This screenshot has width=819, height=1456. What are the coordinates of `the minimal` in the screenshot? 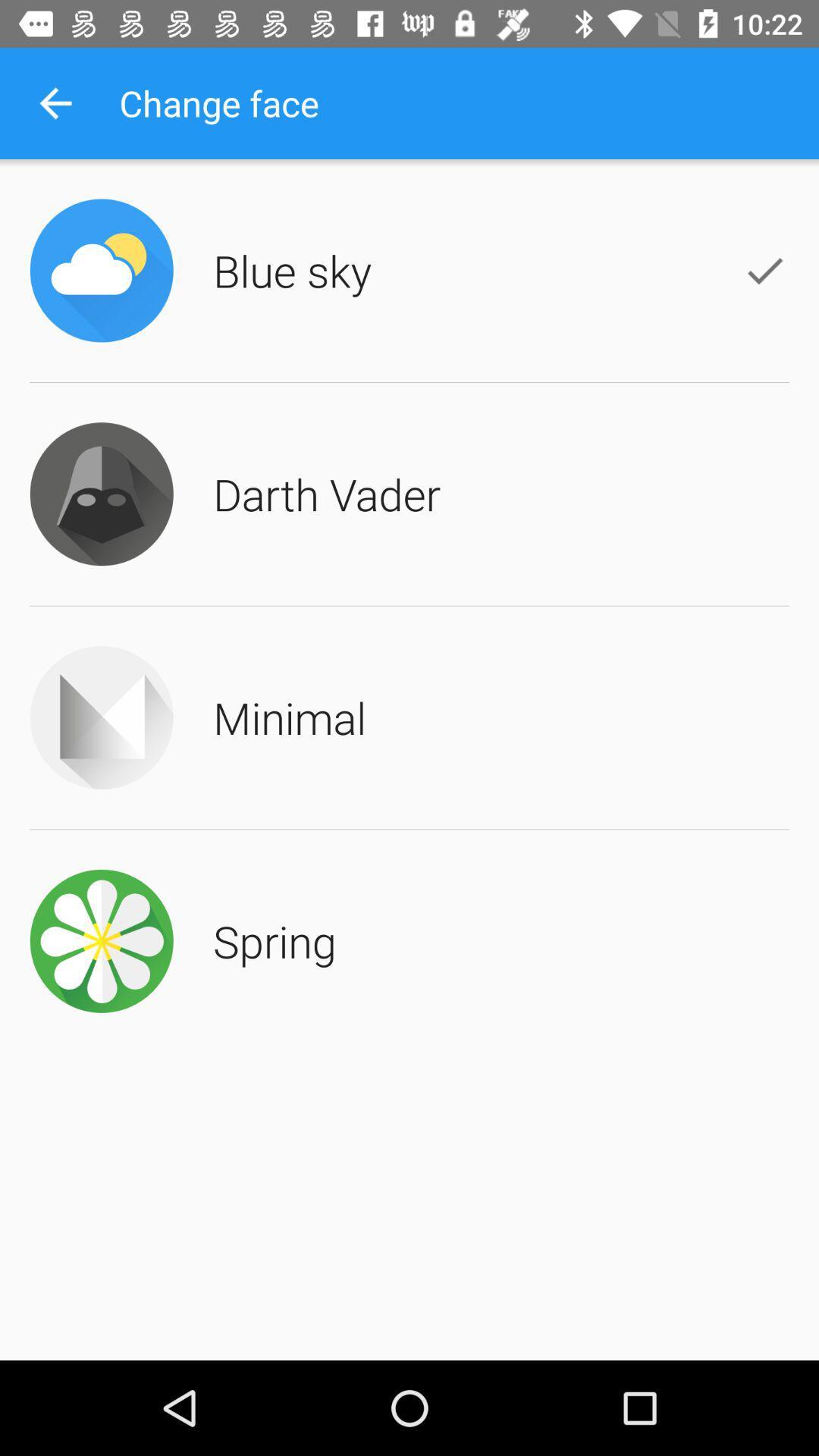 It's located at (290, 717).